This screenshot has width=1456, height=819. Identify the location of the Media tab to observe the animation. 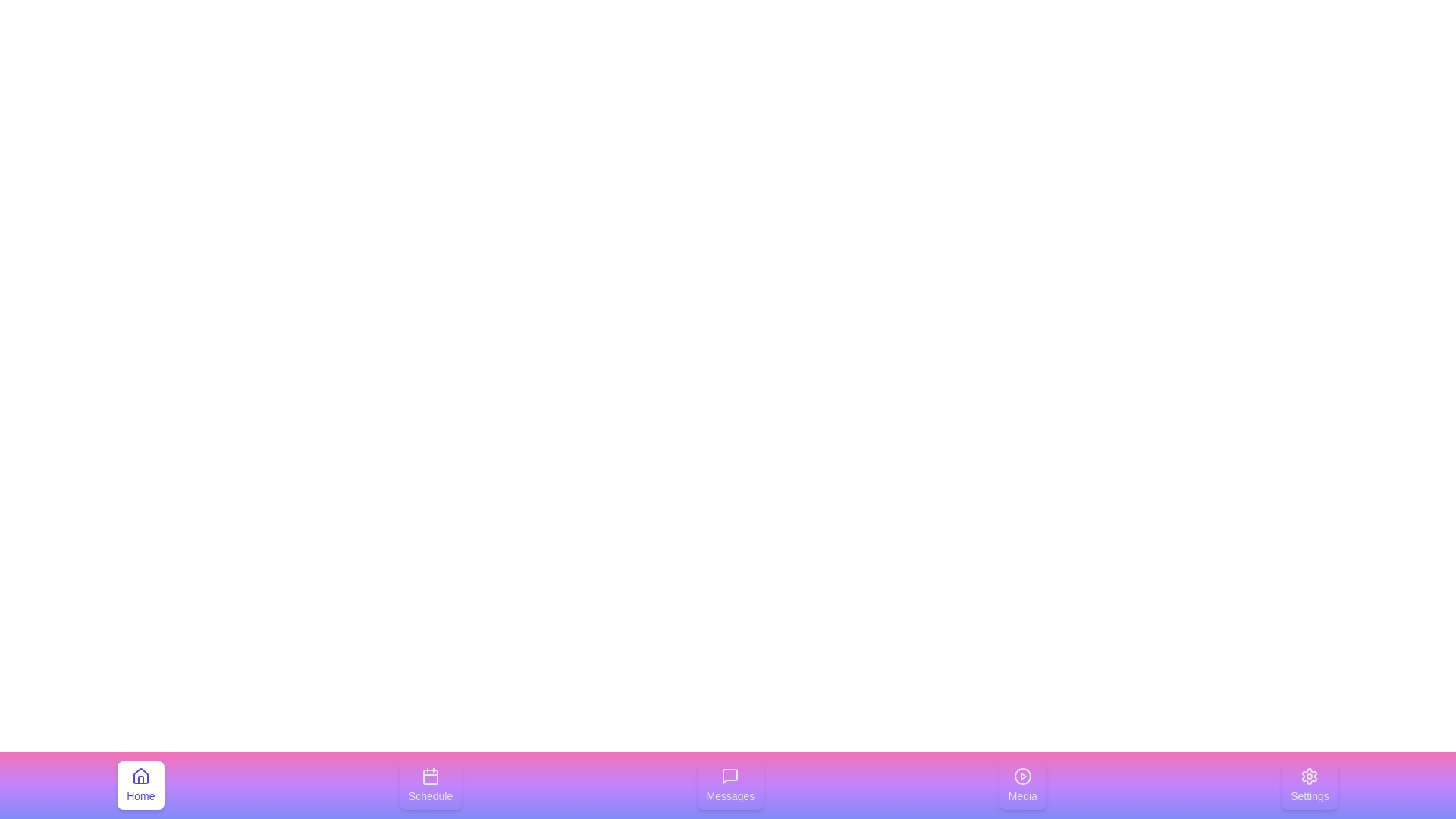
(1022, 785).